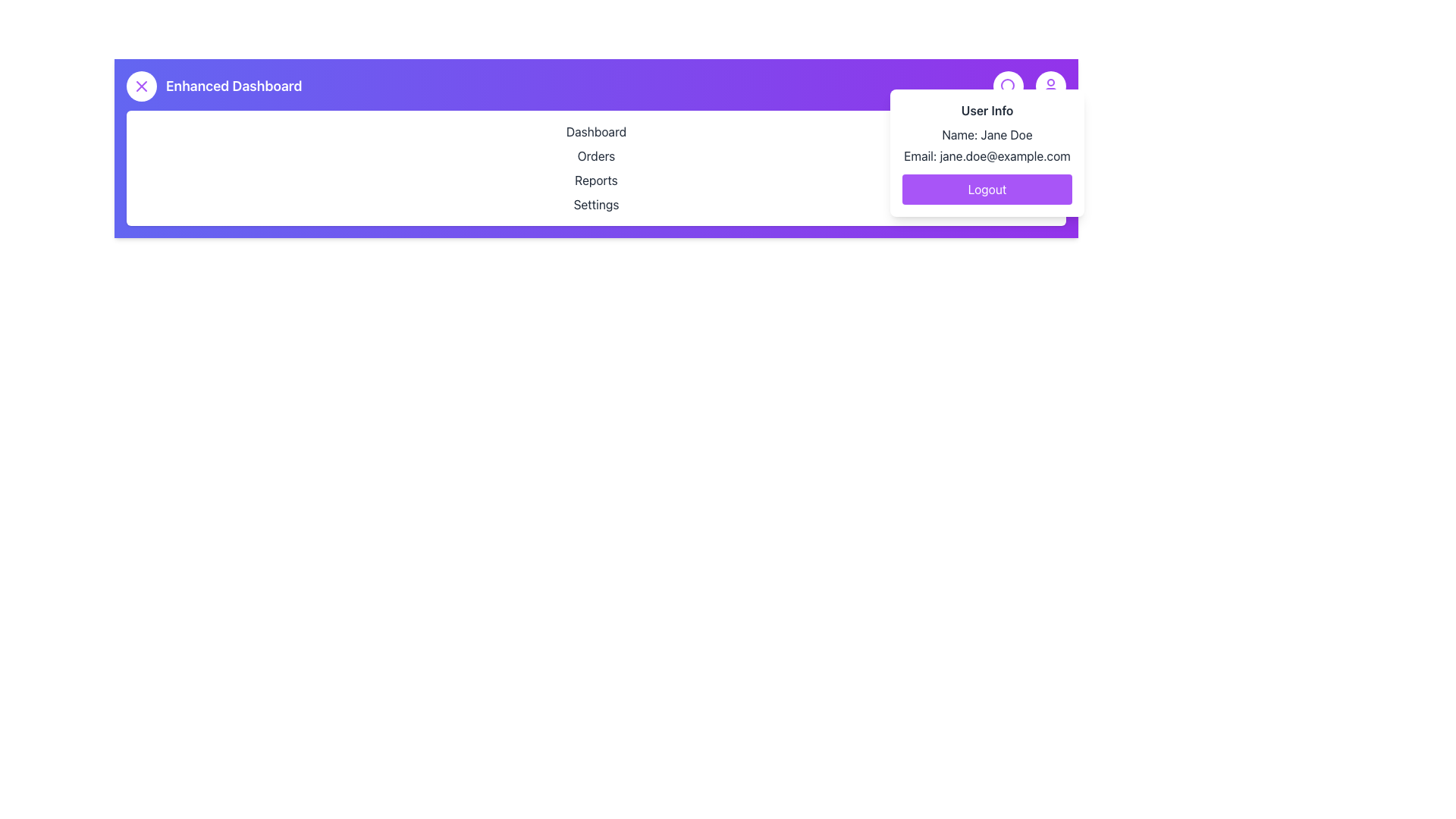 This screenshot has height=819, width=1456. Describe the element at coordinates (595, 130) in the screenshot. I see `the 'Dashboard' text label, which is the first item in a vertical list of navigation links` at that location.